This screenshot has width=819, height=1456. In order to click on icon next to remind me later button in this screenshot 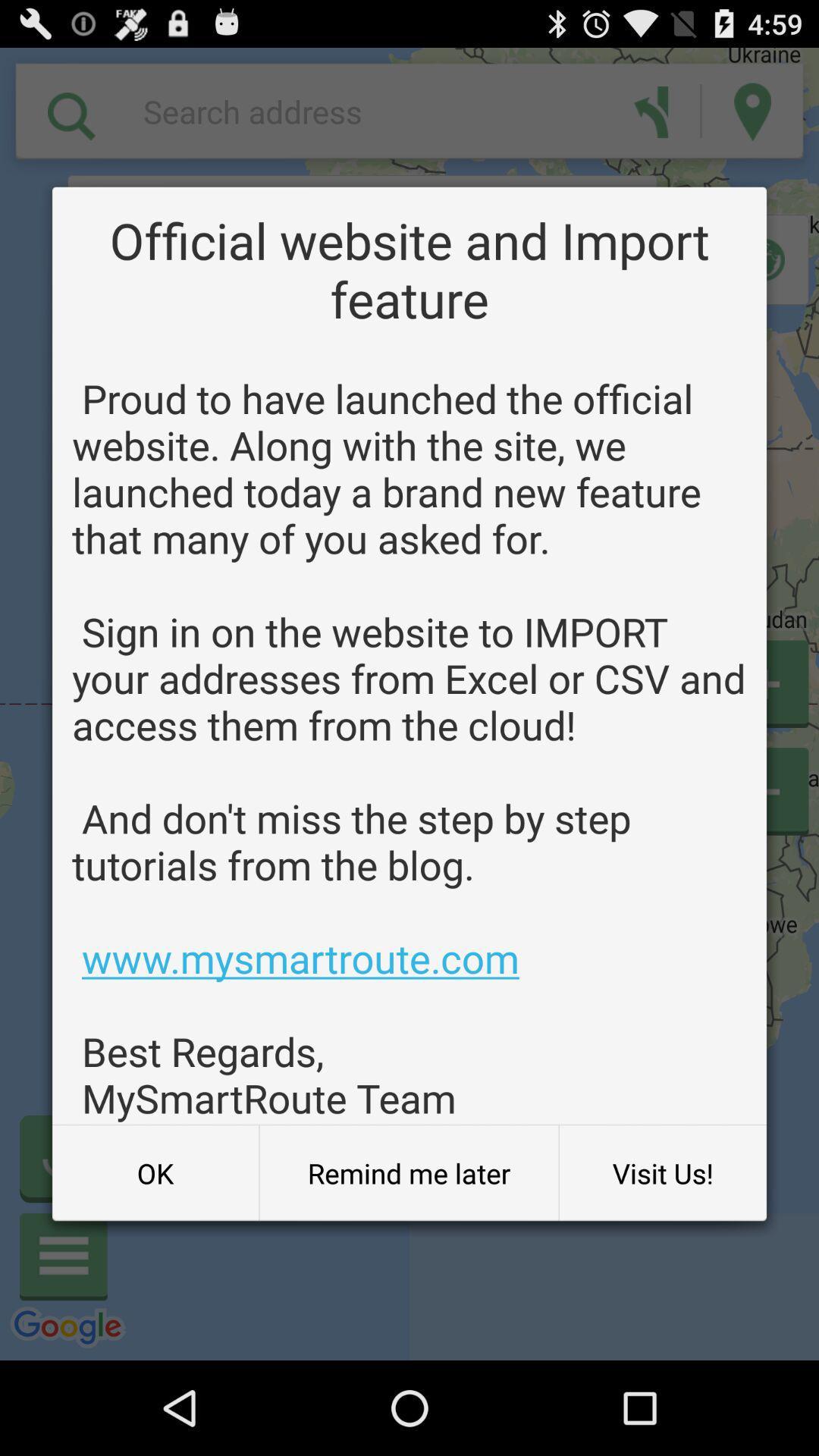, I will do `click(662, 1172)`.